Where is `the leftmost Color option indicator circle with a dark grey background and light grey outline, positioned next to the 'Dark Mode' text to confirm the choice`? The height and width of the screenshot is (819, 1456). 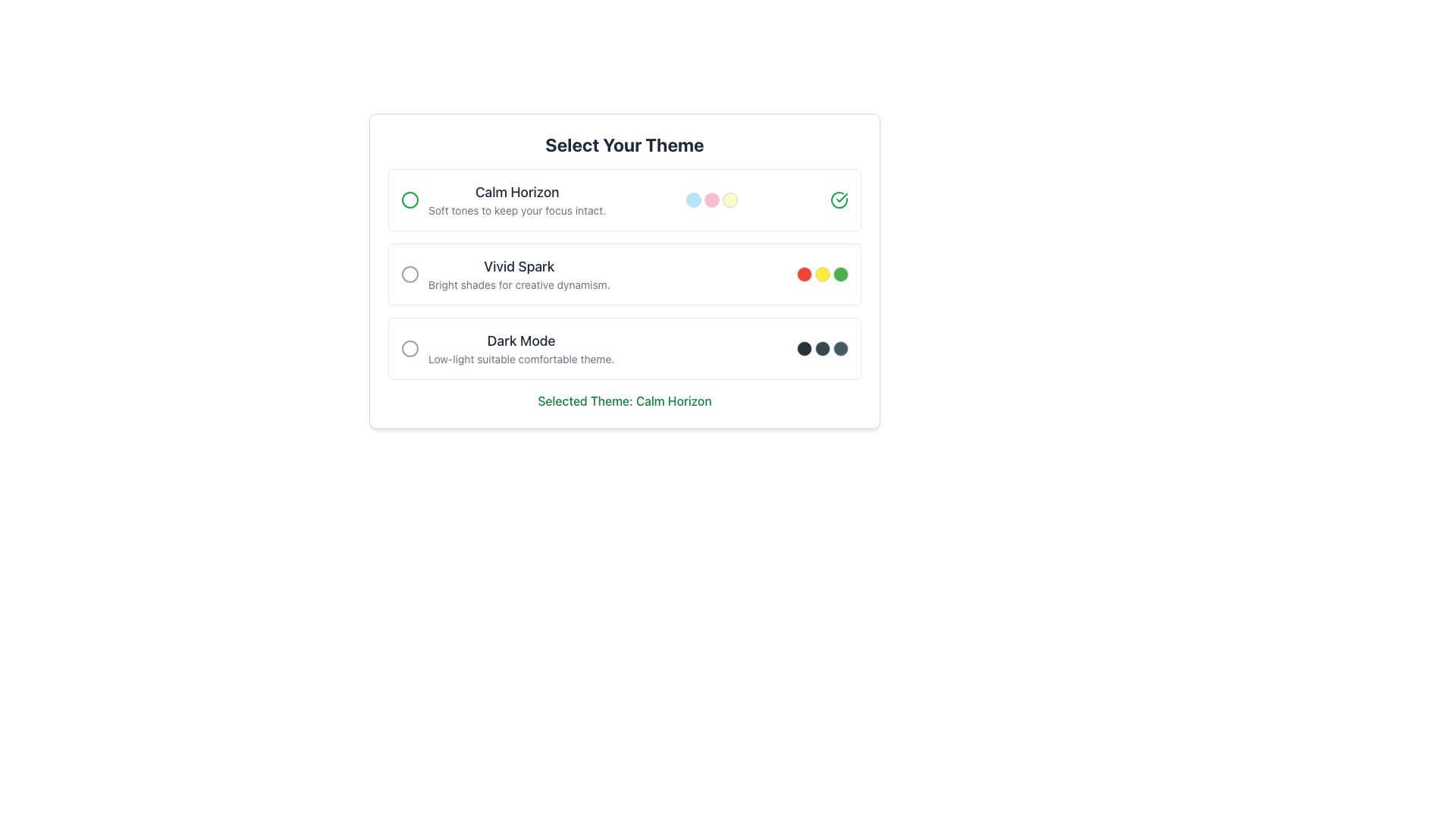 the leftmost Color option indicator circle with a dark grey background and light grey outline, positioned next to the 'Dark Mode' text to confirm the choice is located at coordinates (803, 348).